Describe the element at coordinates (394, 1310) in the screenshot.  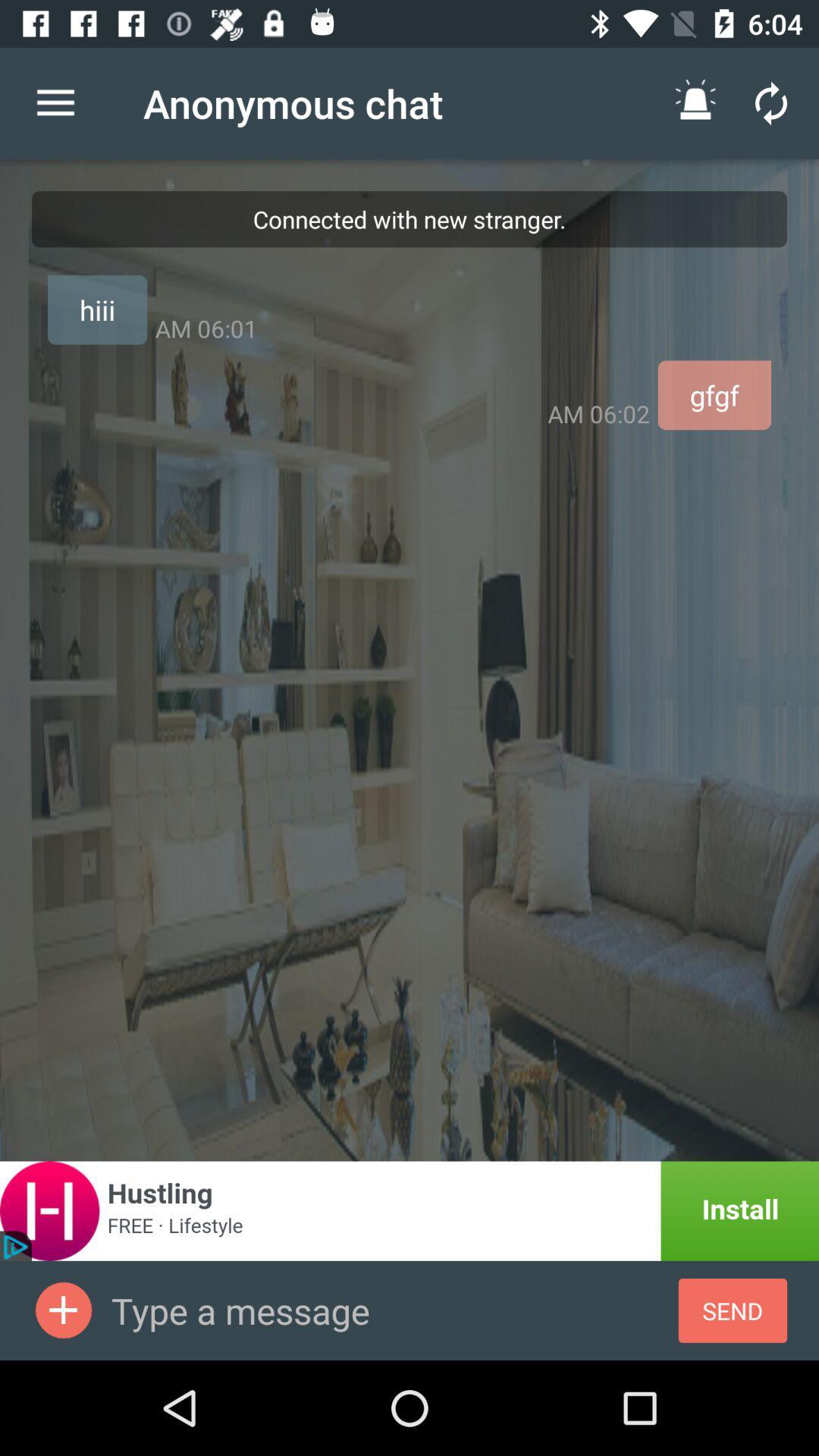
I see `type in a message` at that location.